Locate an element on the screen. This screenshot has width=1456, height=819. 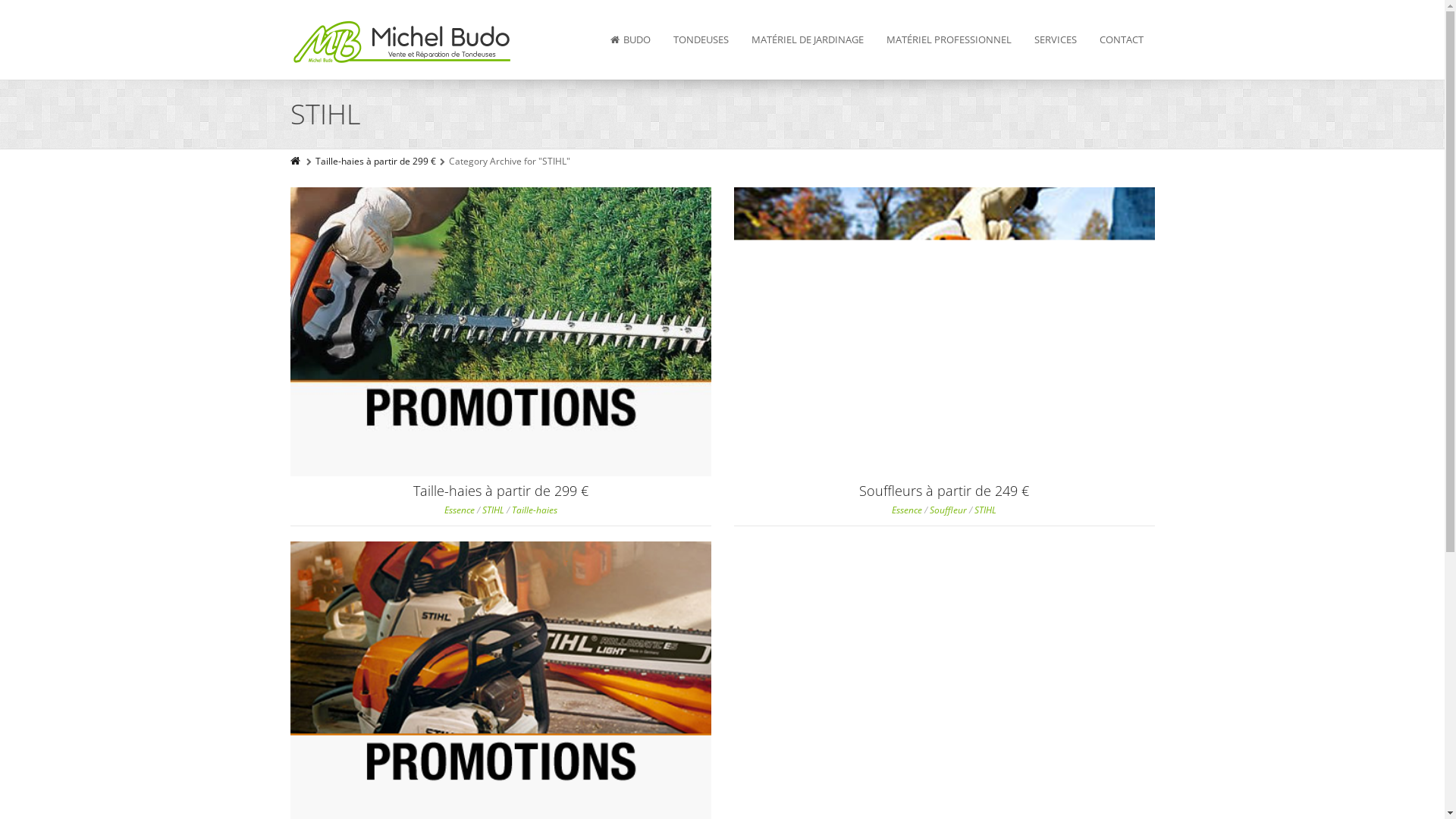
'BUDO' is located at coordinates (630, 38).